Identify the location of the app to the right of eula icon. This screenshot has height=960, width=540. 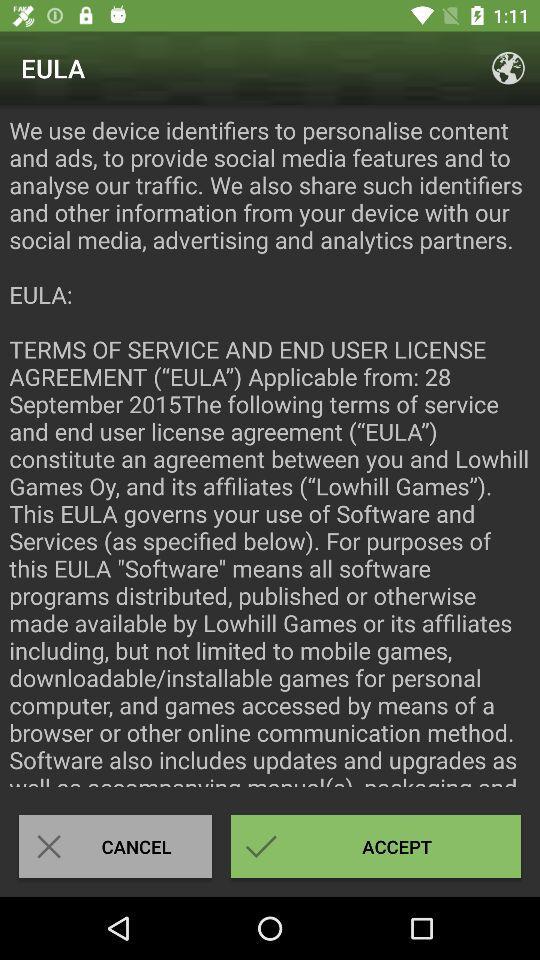
(508, 68).